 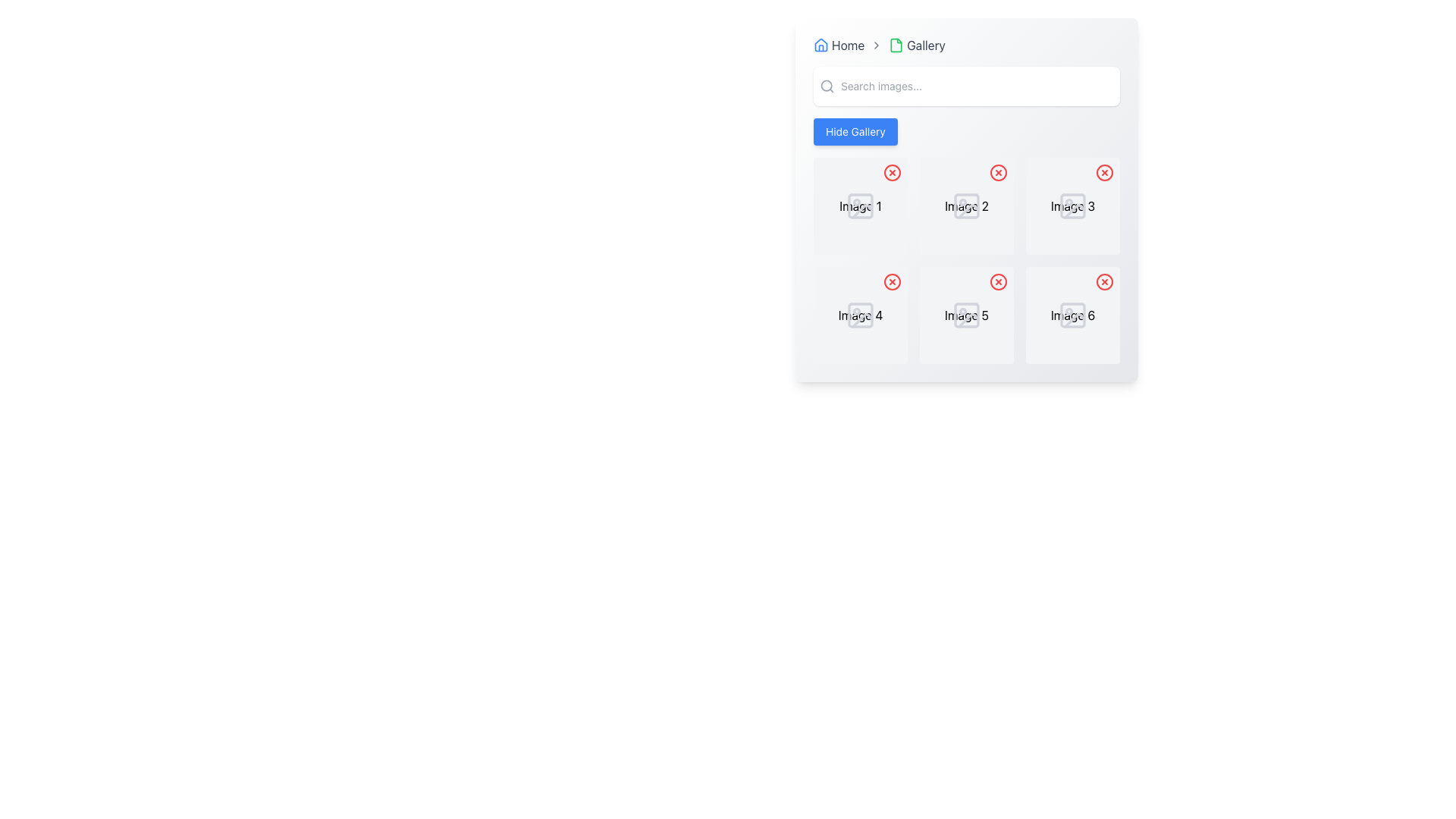 I want to click on the graphical frame that organizes the contents of the 'Image 6' icon located in the bottom-right of a 2x3 grid of image preview elements, so click(x=1072, y=315).